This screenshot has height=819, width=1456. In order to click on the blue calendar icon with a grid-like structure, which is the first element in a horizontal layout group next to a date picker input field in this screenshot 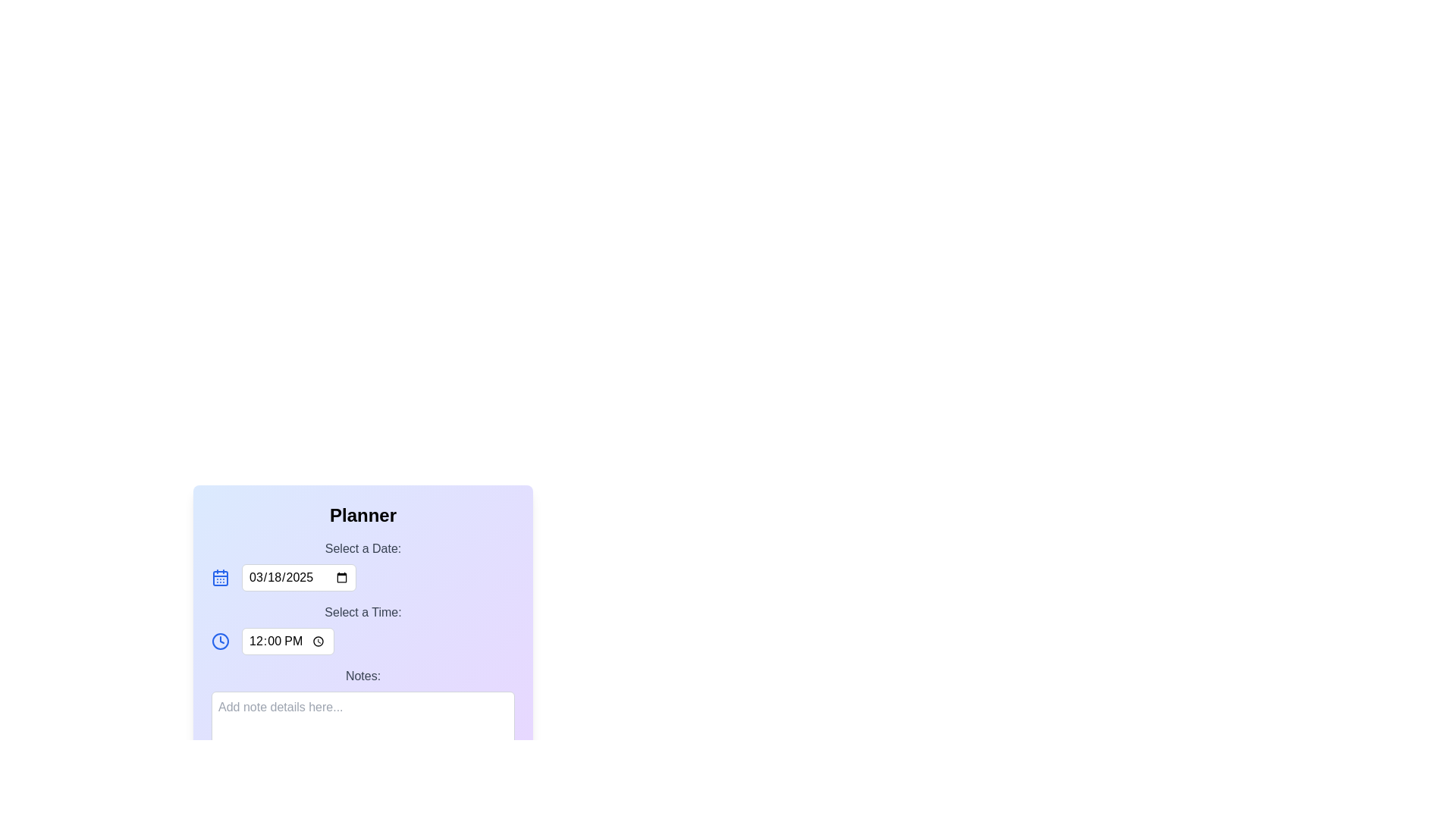, I will do `click(220, 578)`.